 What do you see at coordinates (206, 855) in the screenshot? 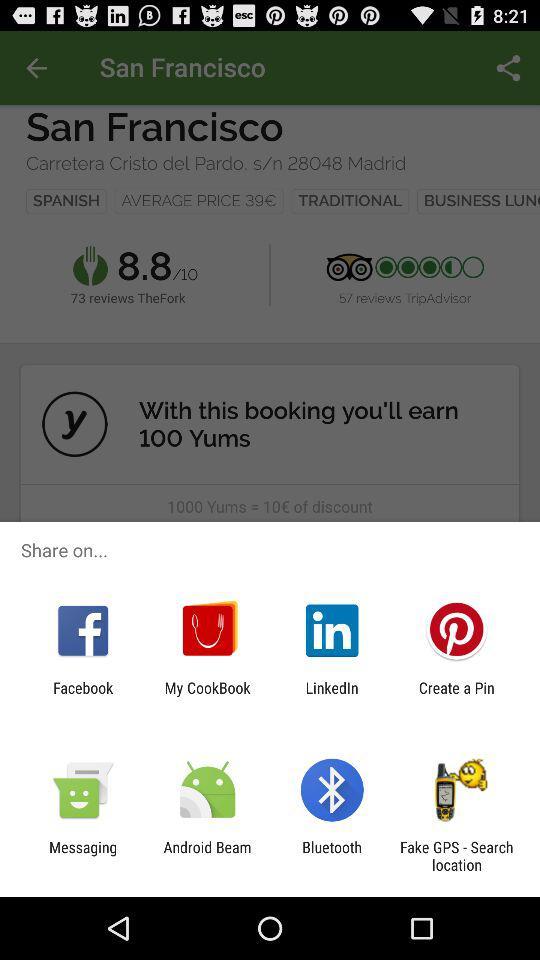
I see `the app to the right of the messaging app` at bounding box center [206, 855].